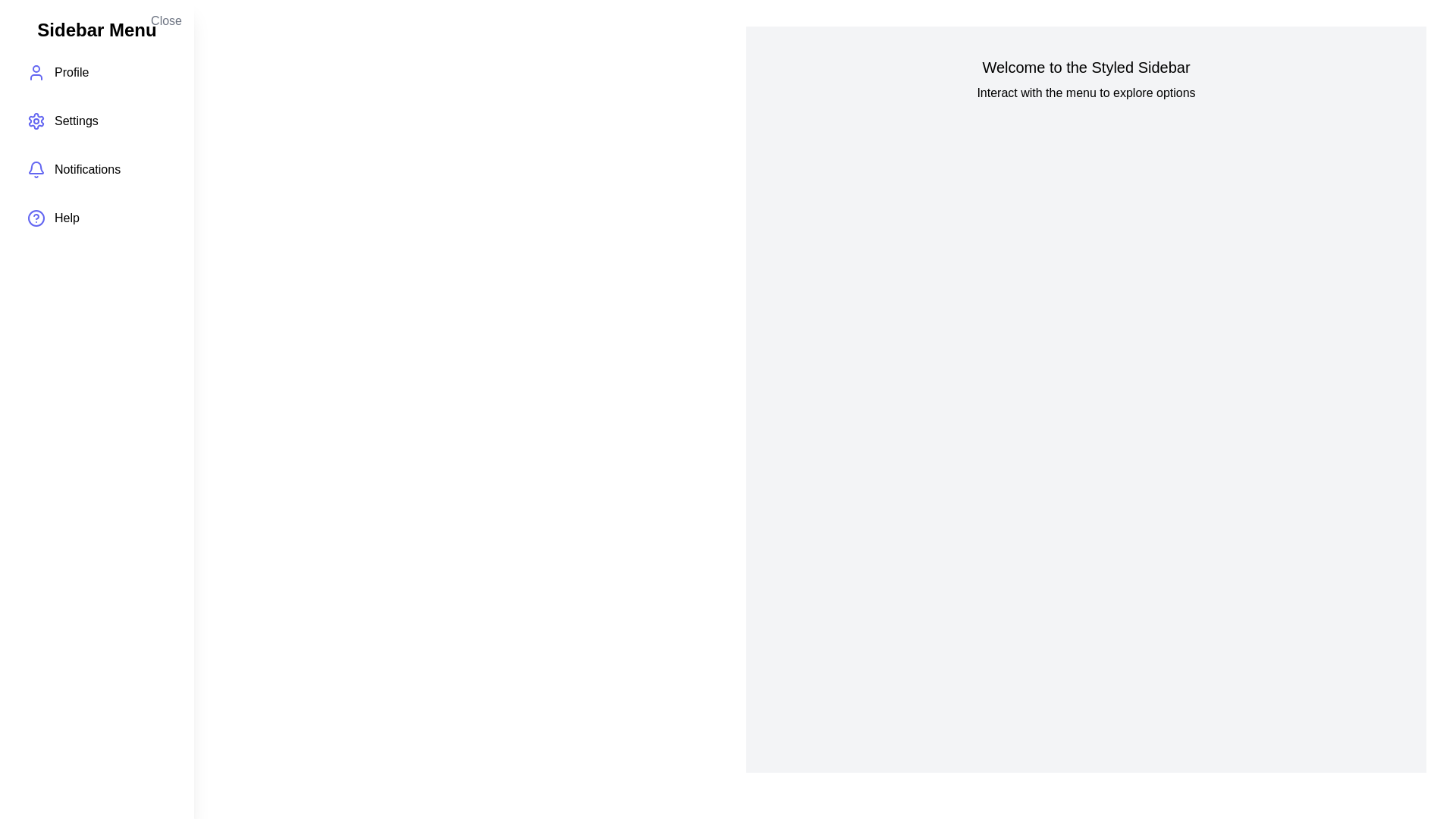  I want to click on the menu item Profile from the sidebar, so click(96, 73).